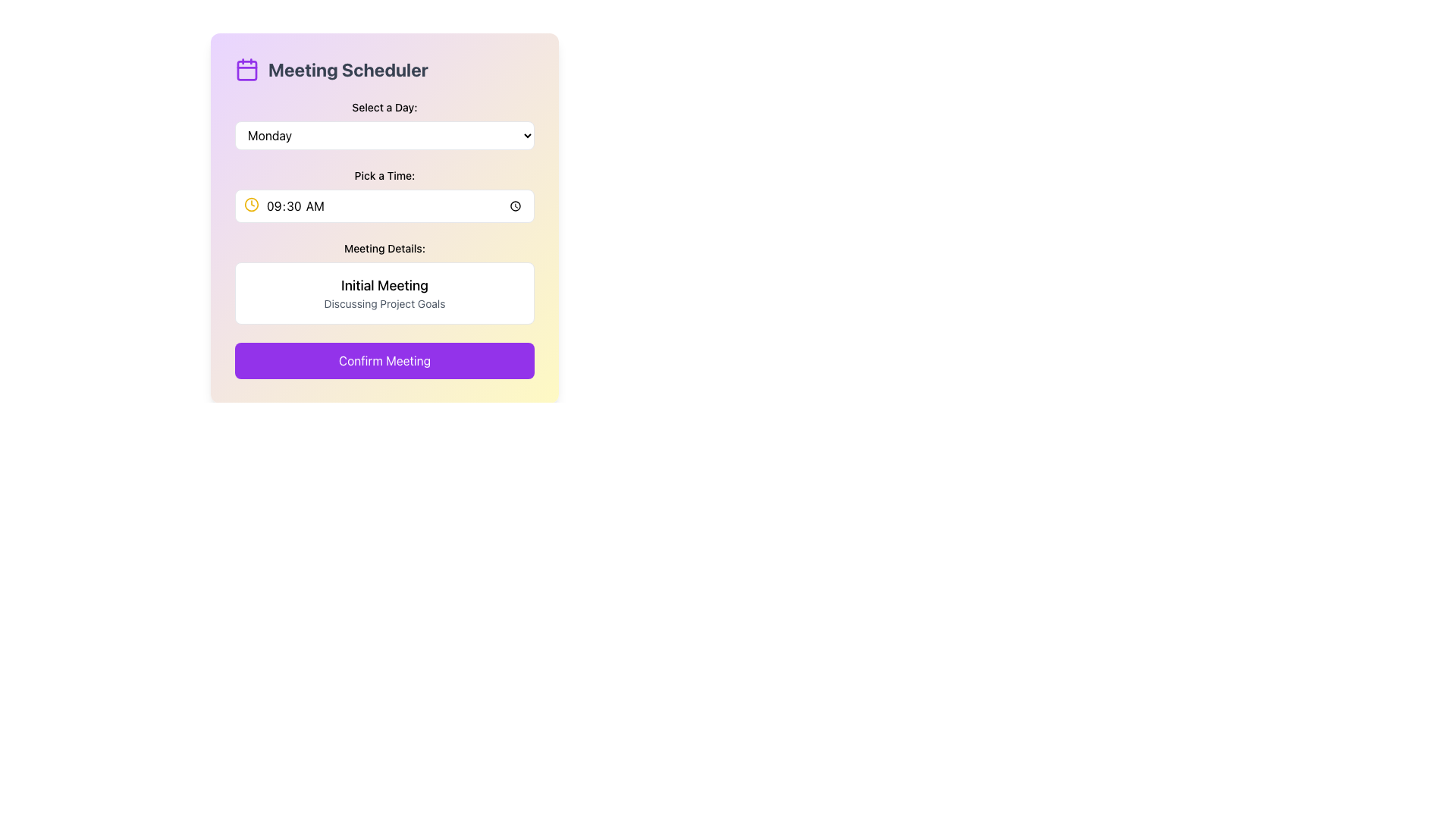 The width and height of the screenshot is (1456, 819). What do you see at coordinates (251, 205) in the screenshot?
I see `the time input field associated with the icon located to the left of the input field displaying '09:30 AM' in the 'Pick a Time:' section` at bounding box center [251, 205].